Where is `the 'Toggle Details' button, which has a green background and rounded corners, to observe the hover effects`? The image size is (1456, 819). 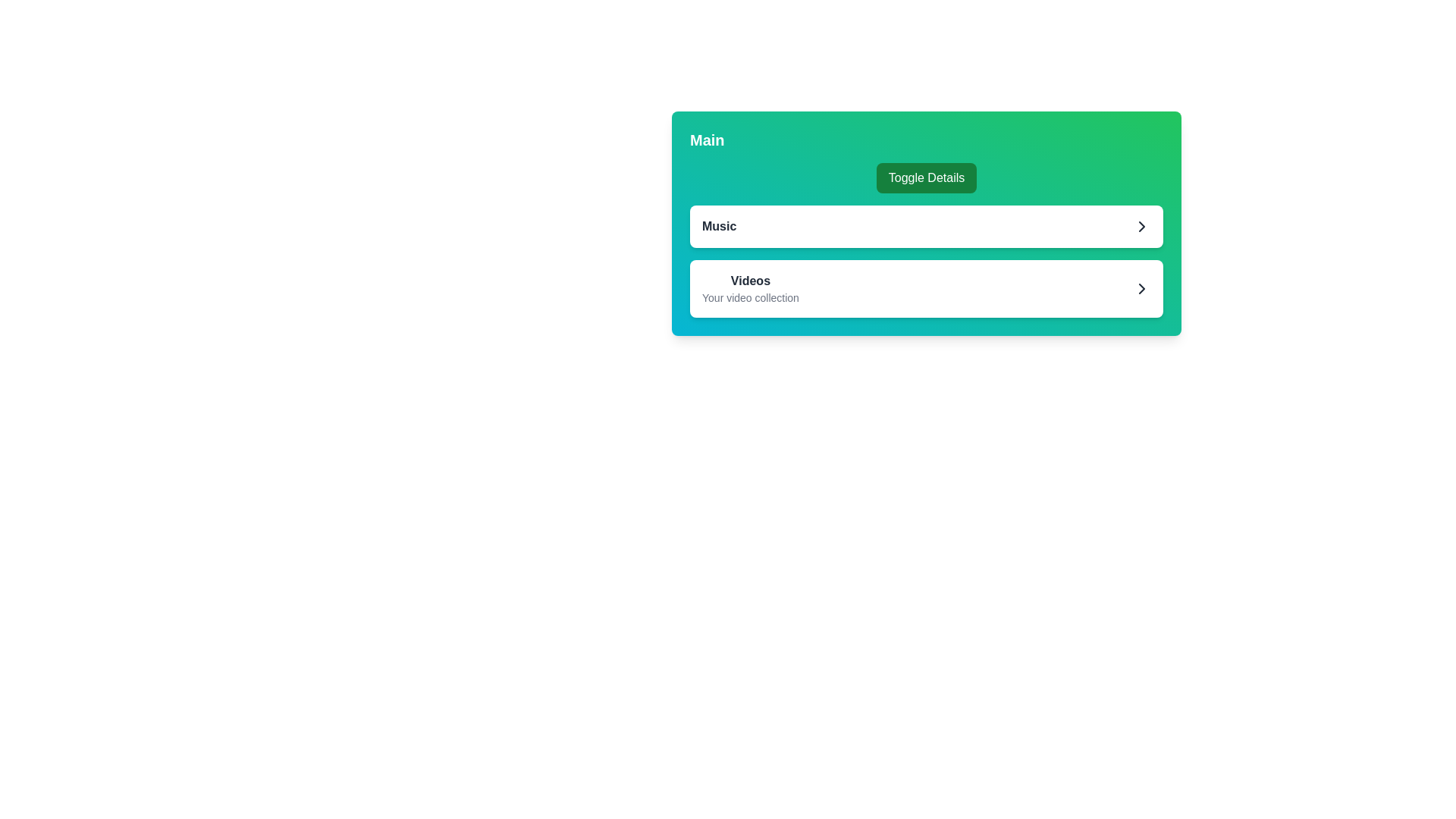
the 'Toggle Details' button, which has a green background and rounded corners, to observe the hover effects is located at coordinates (926, 177).